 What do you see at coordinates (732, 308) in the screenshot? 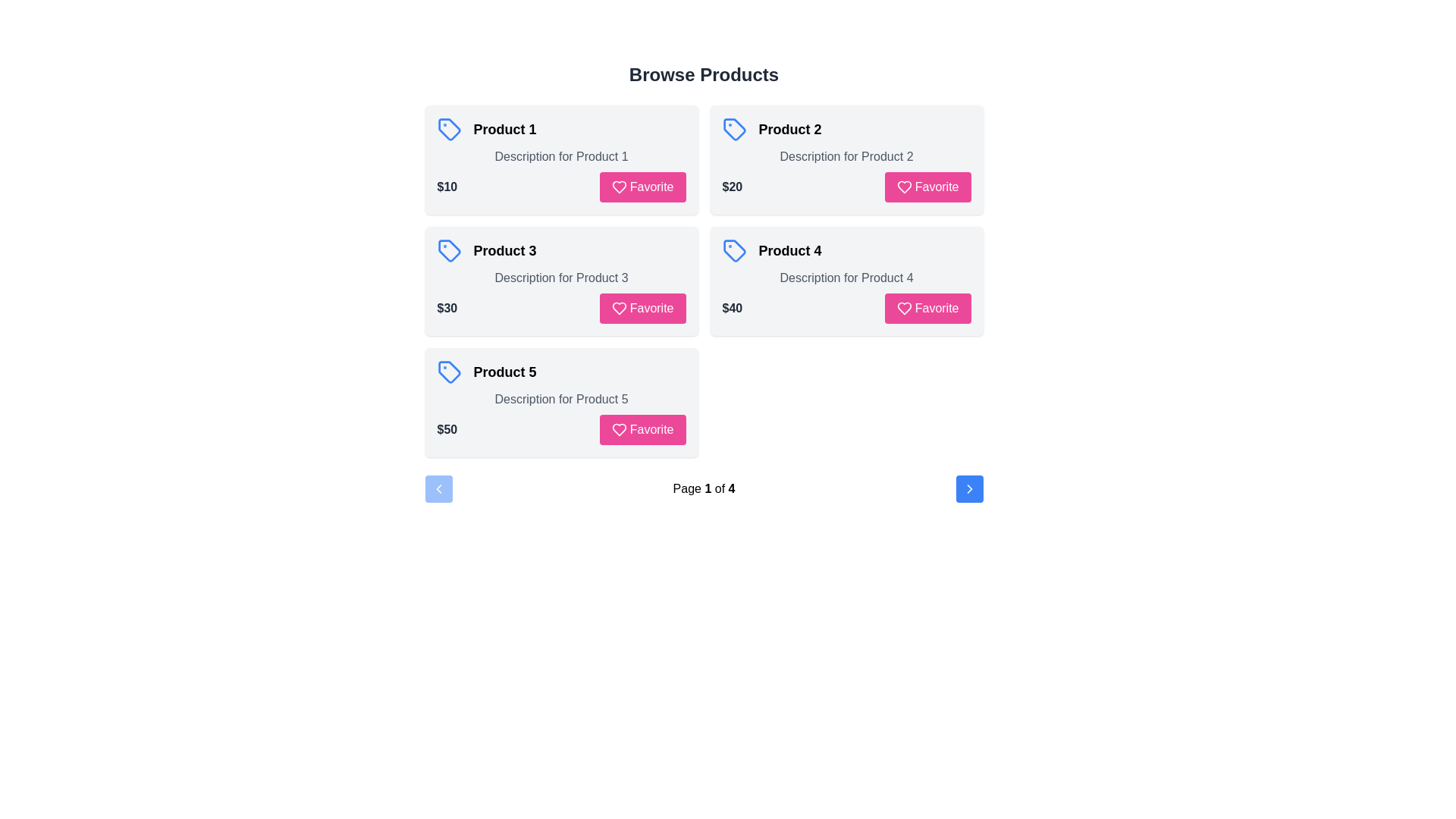
I see `the Label displaying the price of 'Product 4', which is positioned to the left of the 'Favorite' button in the bottom section of the product card` at bounding box center [732, 308].